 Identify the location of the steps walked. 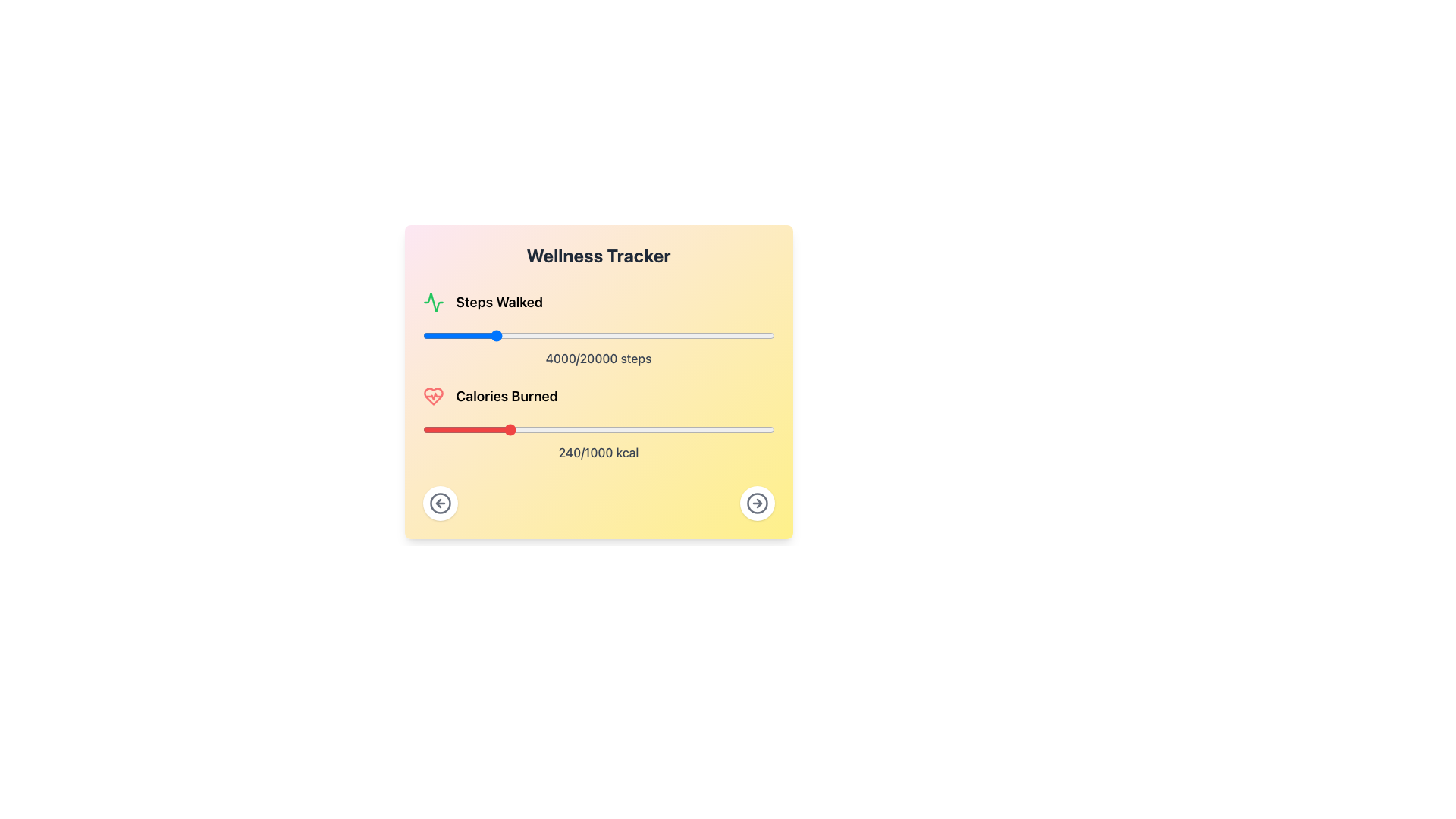
(528, 335).